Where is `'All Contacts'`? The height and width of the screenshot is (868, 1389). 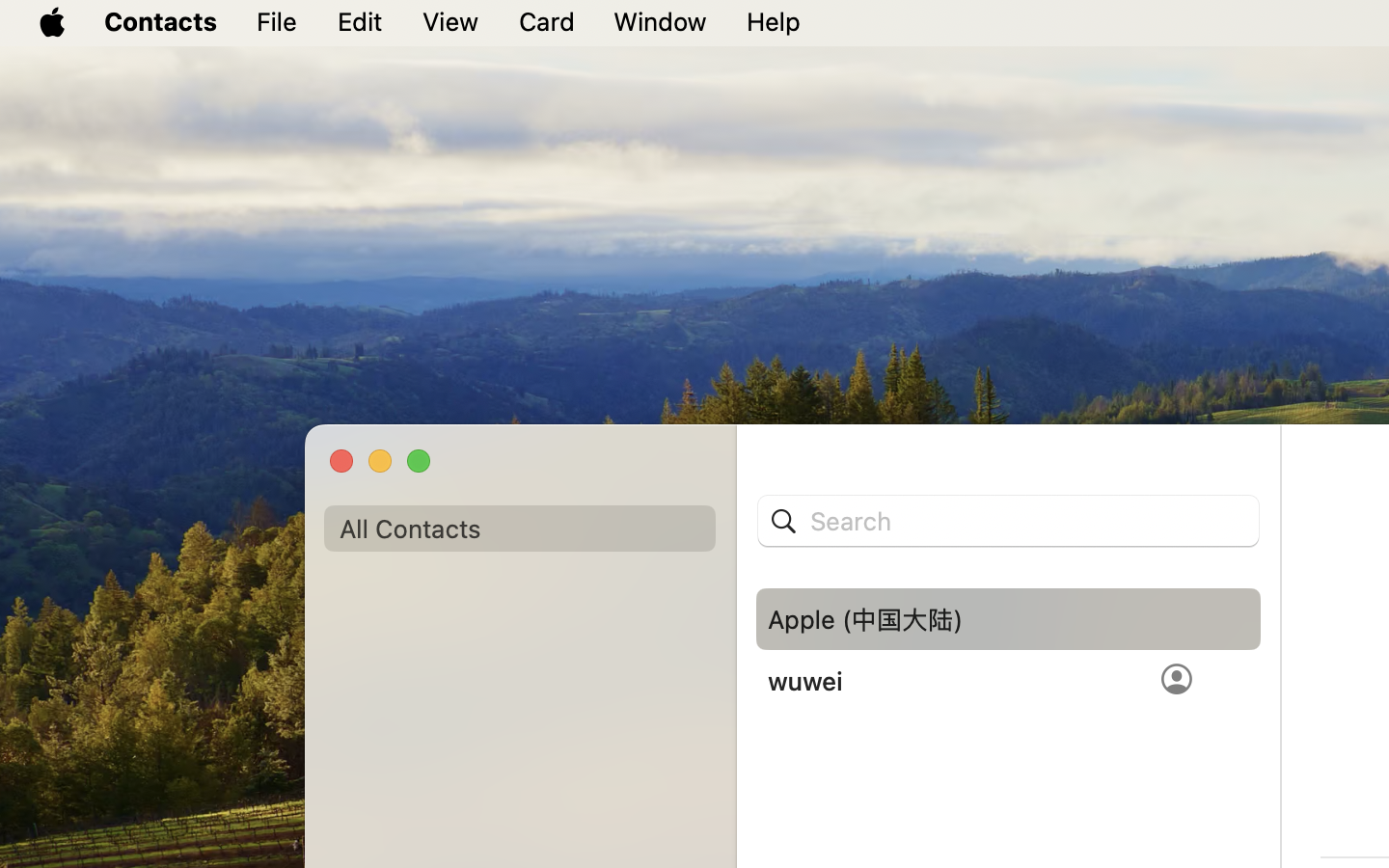 'All Contacts' is located at coordinates (518, 528).